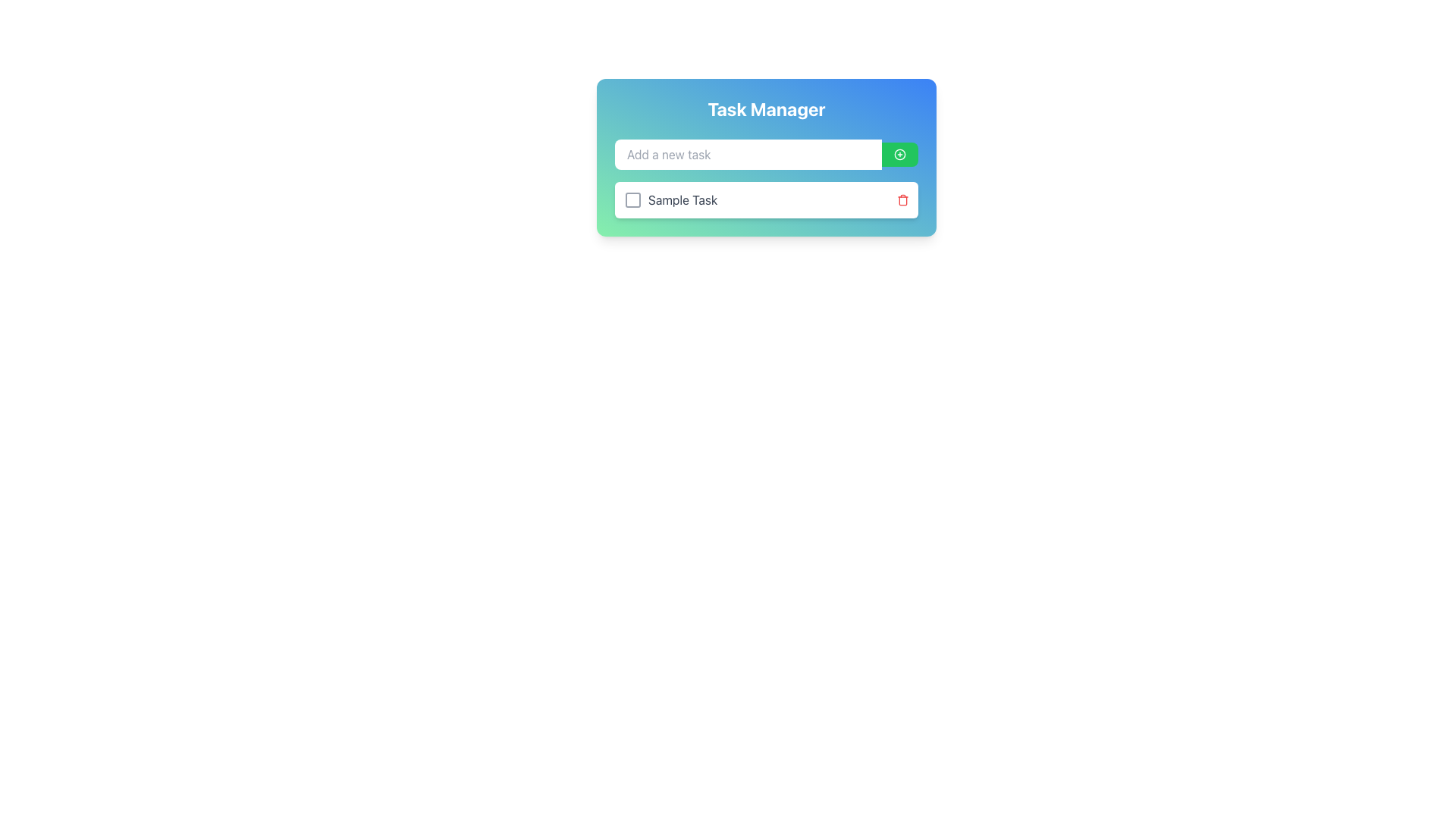 The image size is (1456, 819). I want to click on the checkbox toggle button located to the left of the 'Sample Task' text in the task manager interface, so click(633, 199).